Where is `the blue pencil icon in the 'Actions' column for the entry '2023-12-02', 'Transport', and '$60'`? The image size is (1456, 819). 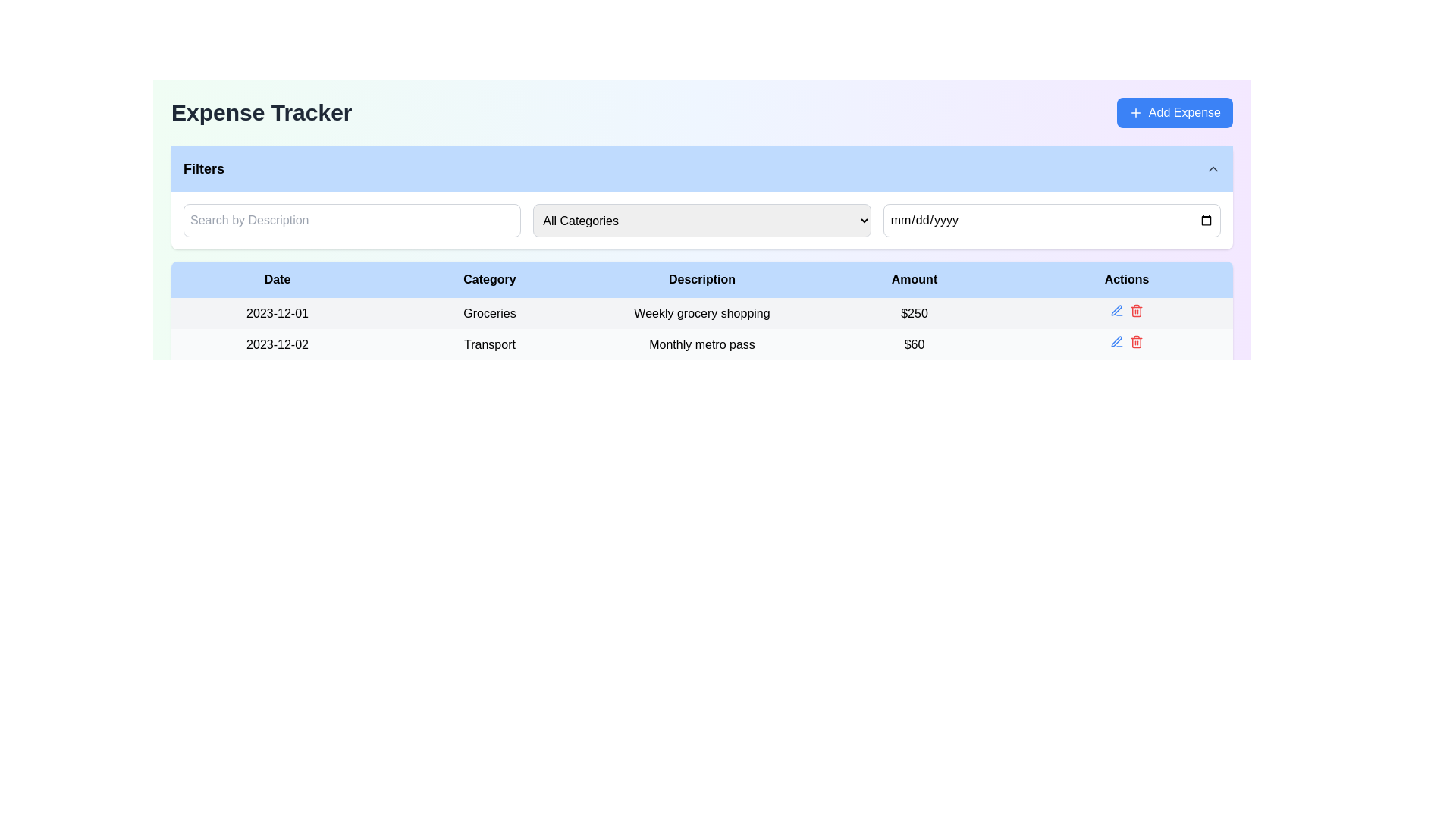 the blue pencil icon in the 'Actions' column for the entry '2023-12-02', 'Transport', and '$60' is located at coordinates (1127, 344).